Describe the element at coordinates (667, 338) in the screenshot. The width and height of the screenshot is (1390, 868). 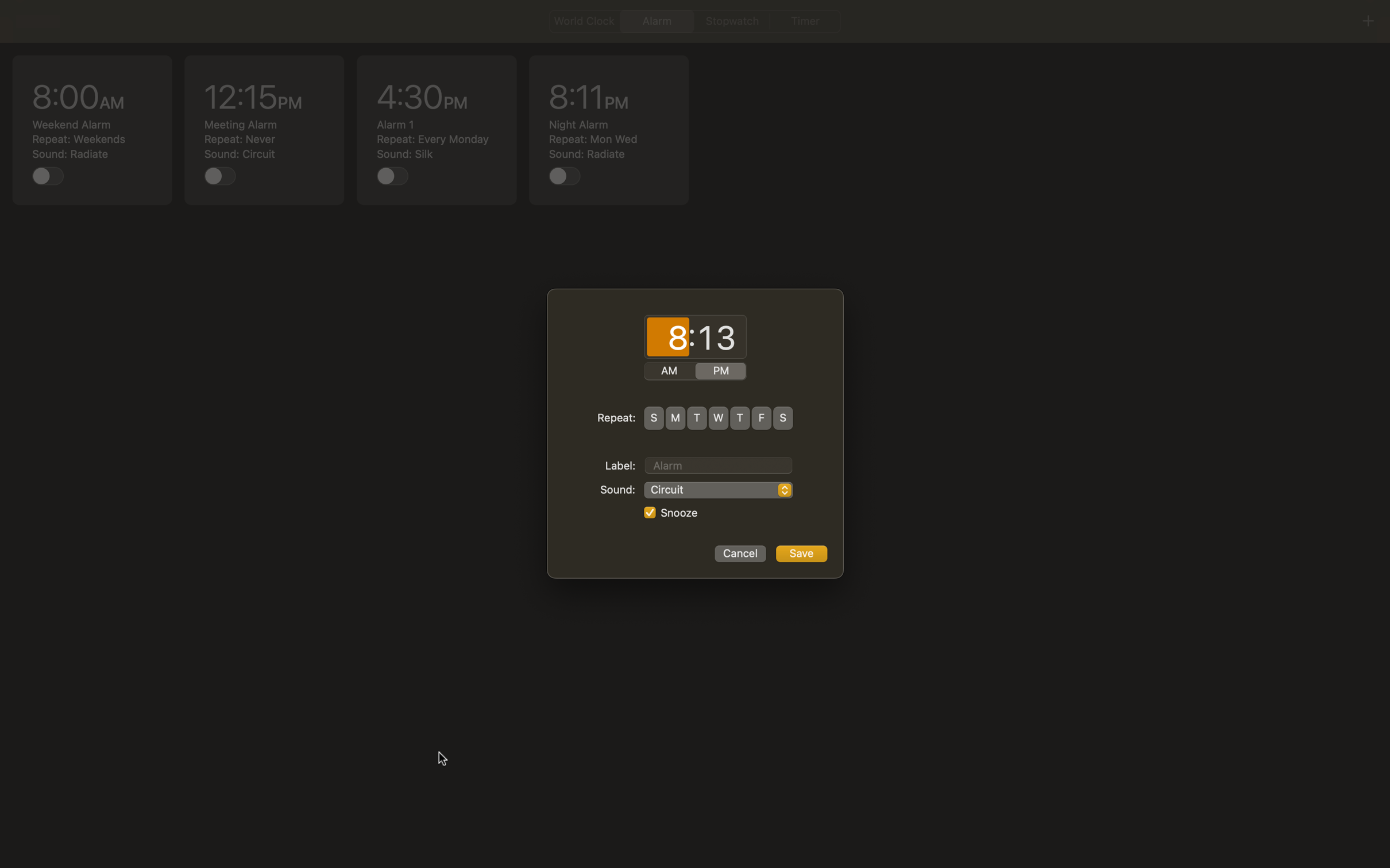
I see `hours as 7 and minutes as 45` at that location.